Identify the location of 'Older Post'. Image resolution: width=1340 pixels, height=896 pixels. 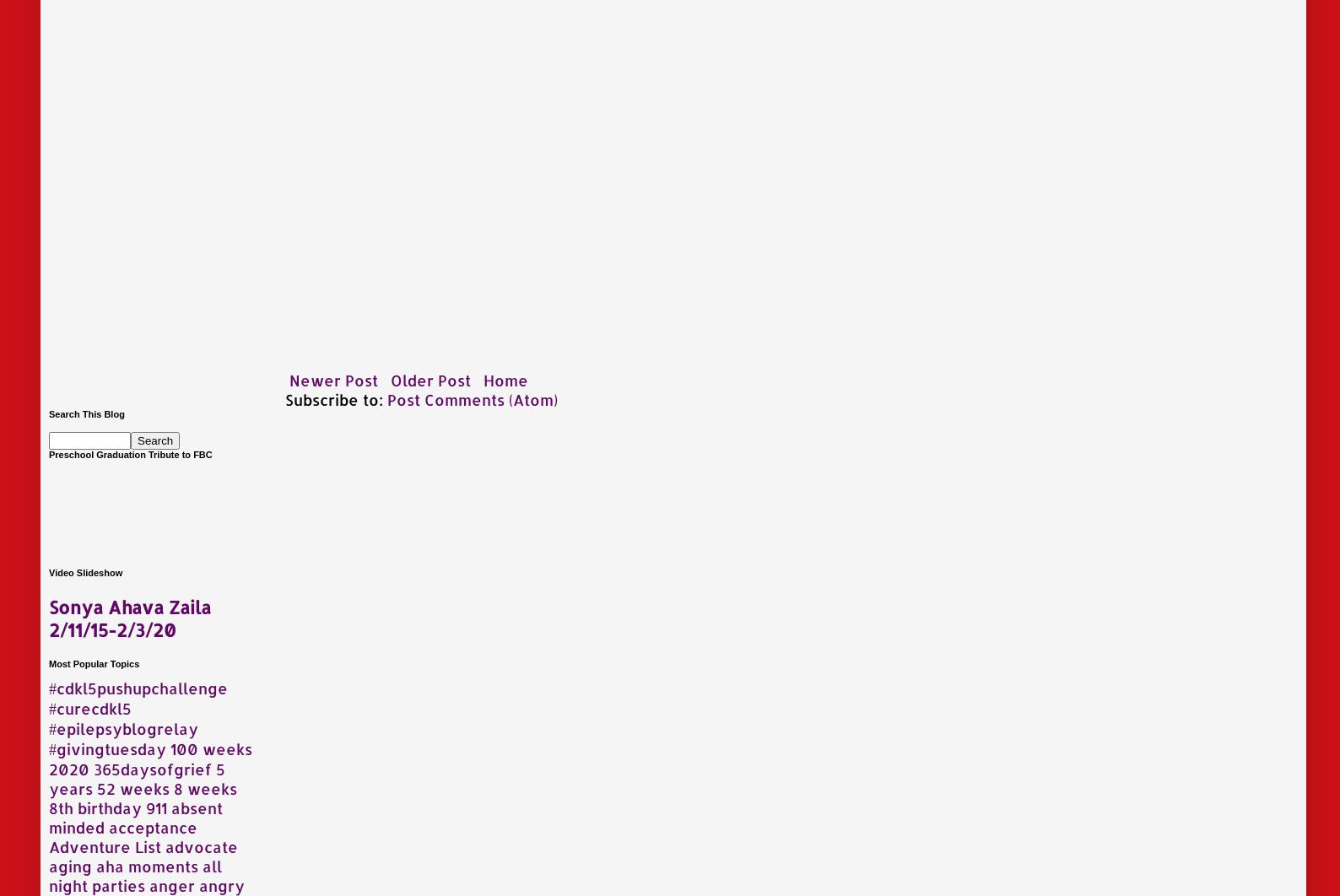
(430, 378).